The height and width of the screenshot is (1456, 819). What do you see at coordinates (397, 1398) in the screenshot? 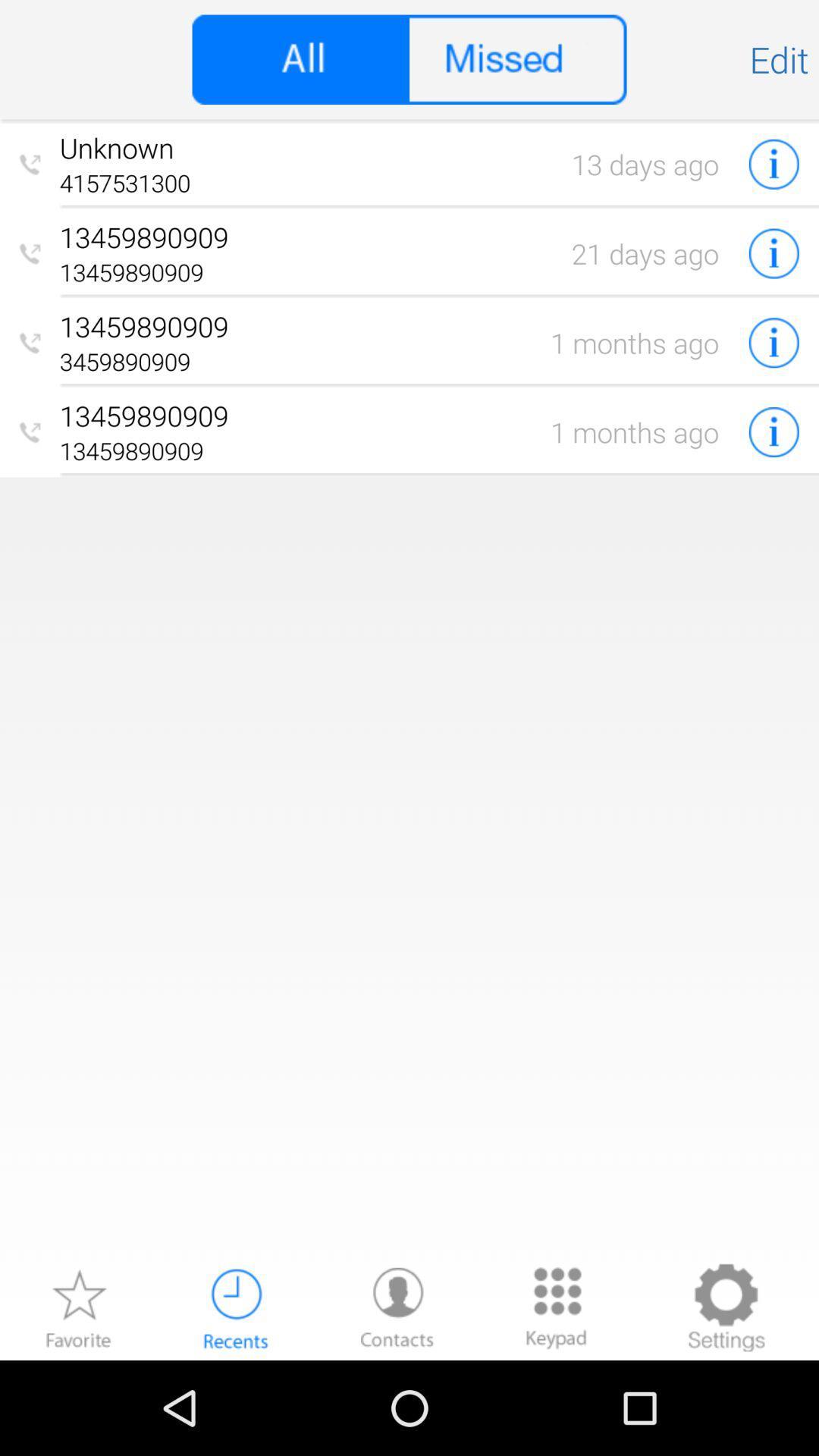
I see `the avatar icon` at bounding box center [397, 1398].